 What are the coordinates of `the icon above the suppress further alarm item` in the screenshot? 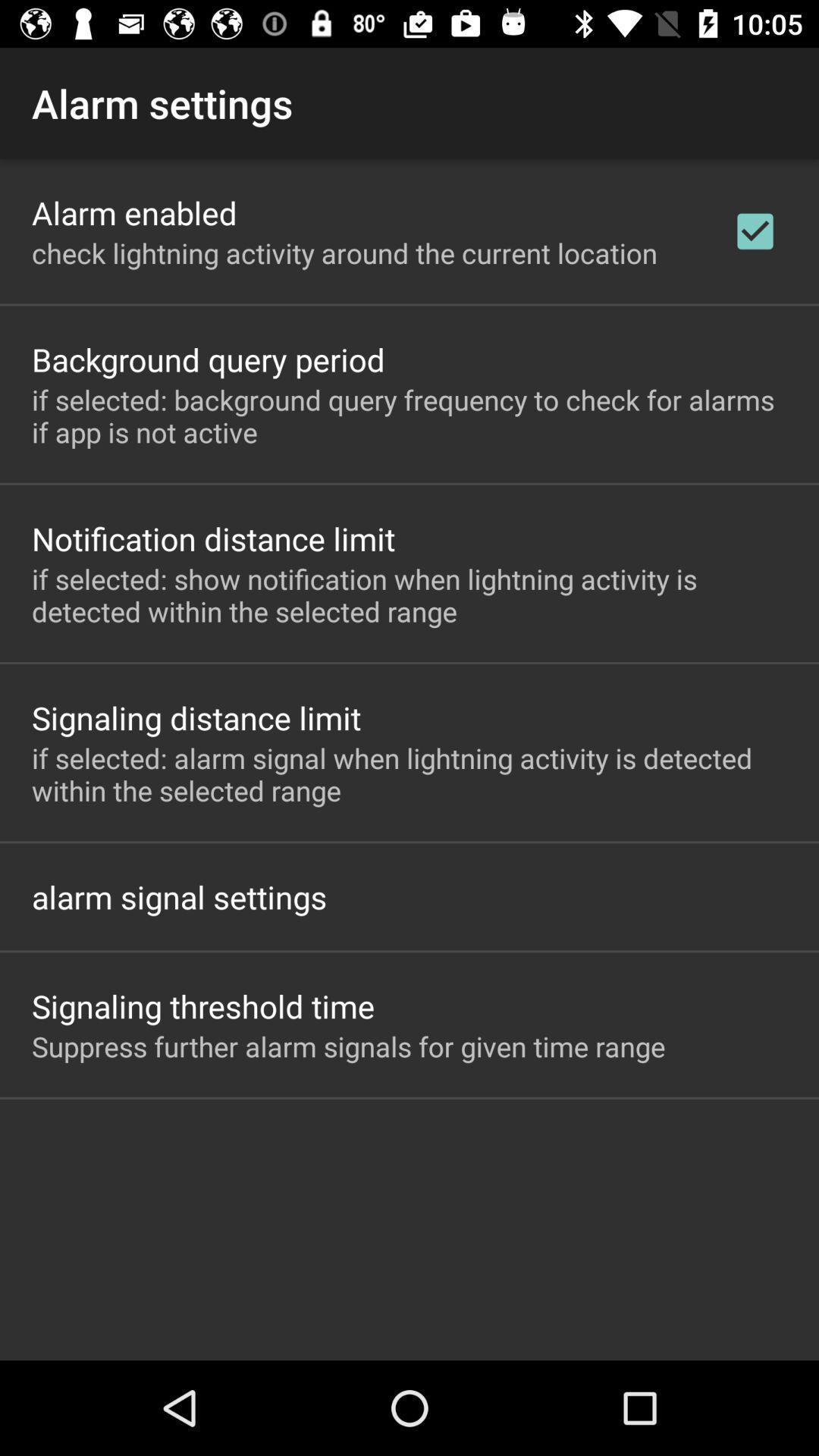 It's located at (202, 1006).